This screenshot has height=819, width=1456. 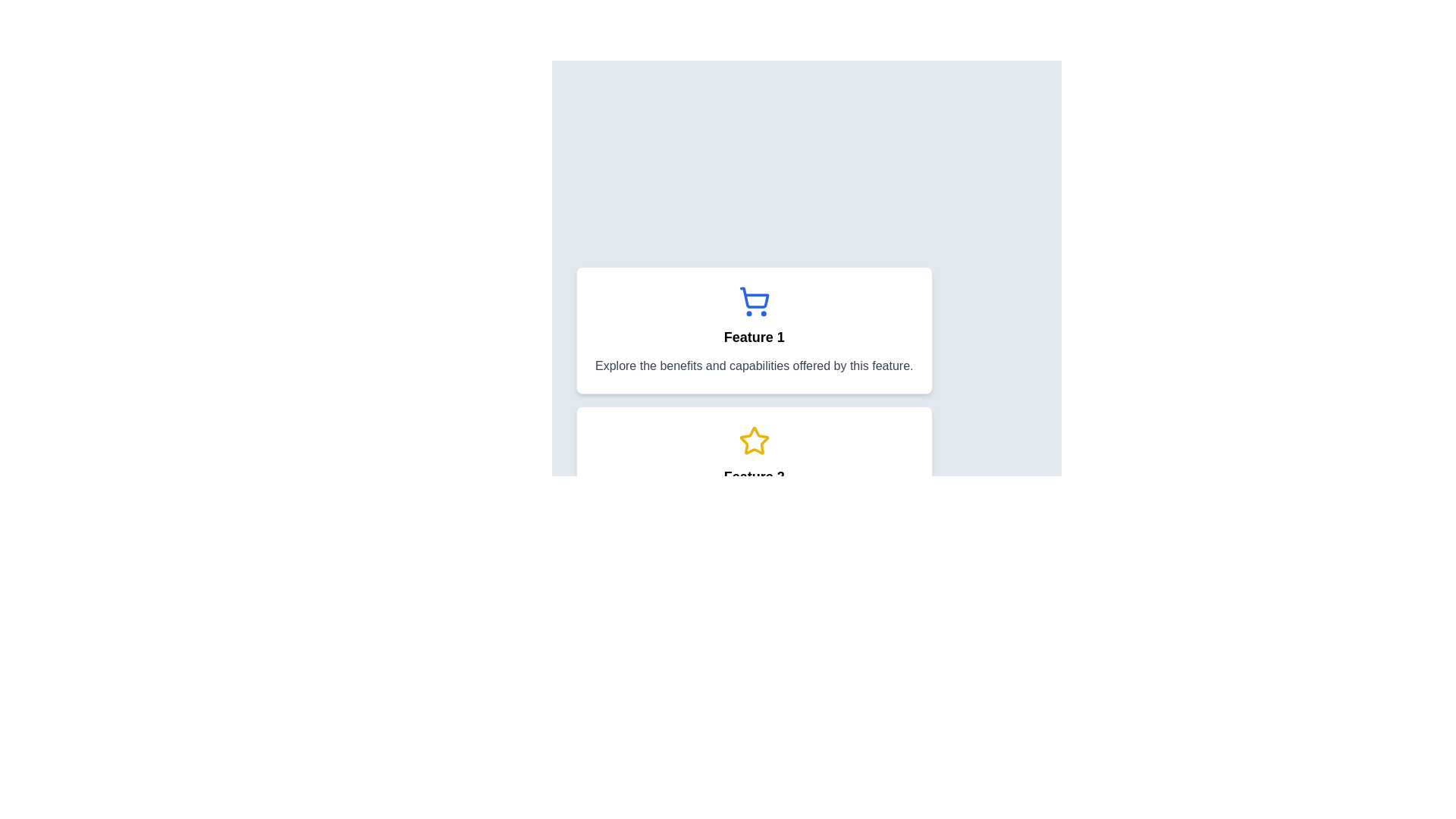 I want to click on the Custom Card which features a yellow star-shaped icon at the top, with the title 'Feature 2' in bold black text and a gray description below it, so click(x=754, y=469).